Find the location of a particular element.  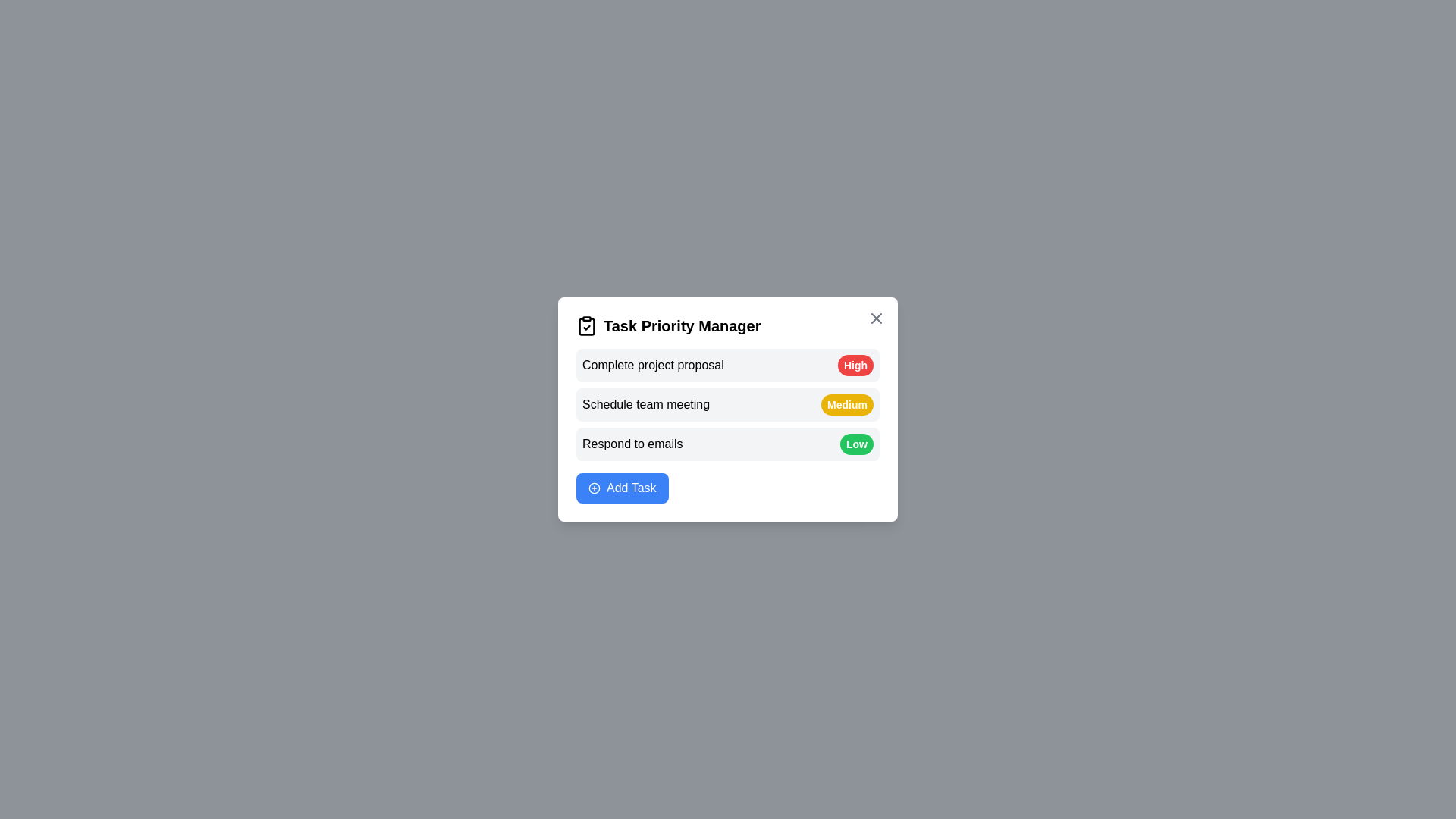

the close button to close the dialog is located at coordinates (877, 318).